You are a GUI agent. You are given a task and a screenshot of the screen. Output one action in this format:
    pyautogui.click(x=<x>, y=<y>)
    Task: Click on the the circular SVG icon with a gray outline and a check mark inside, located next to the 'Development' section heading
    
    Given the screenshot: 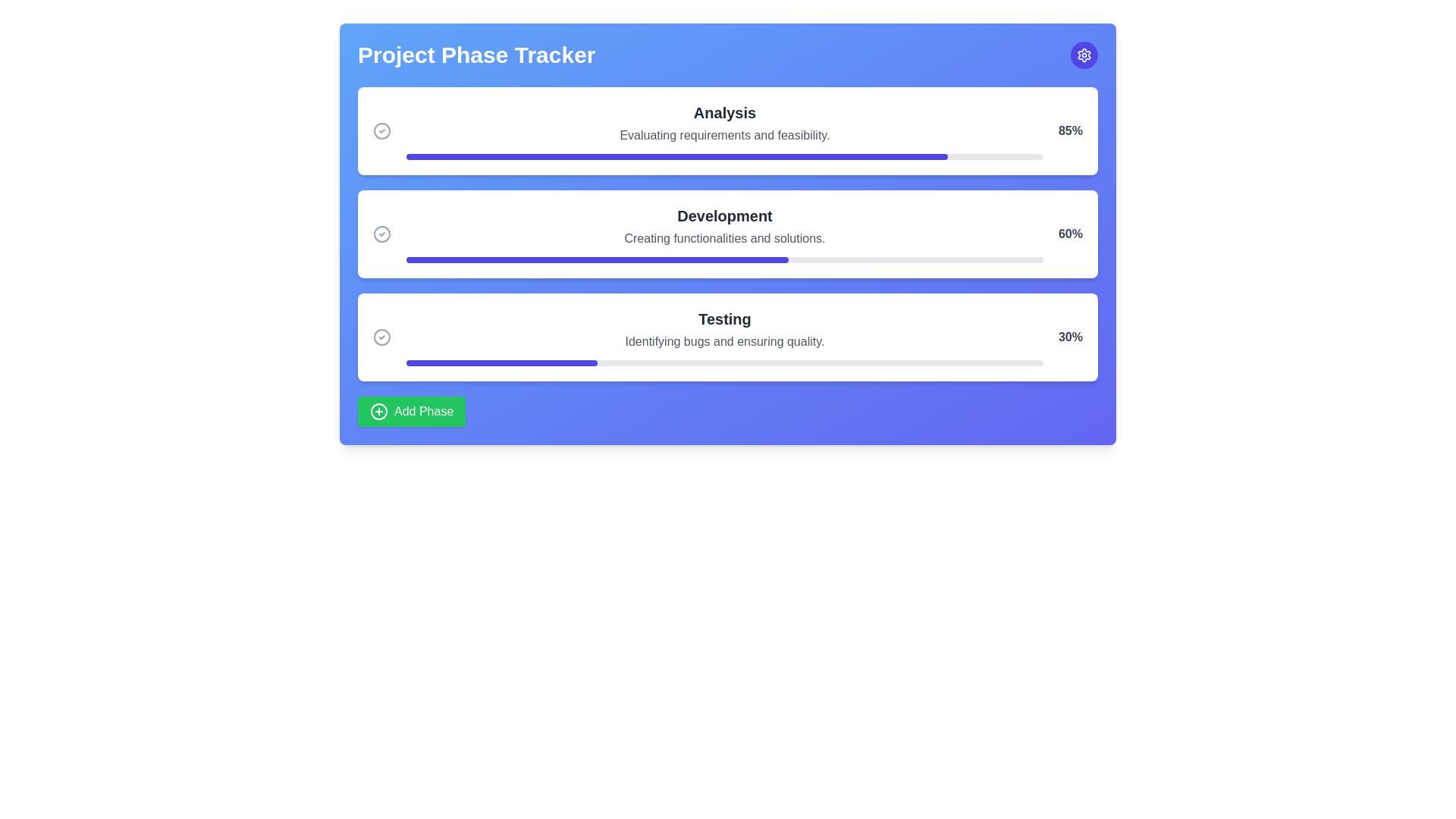 What is the action you would take?
    pyautogui.click(x=382, y=234)
    